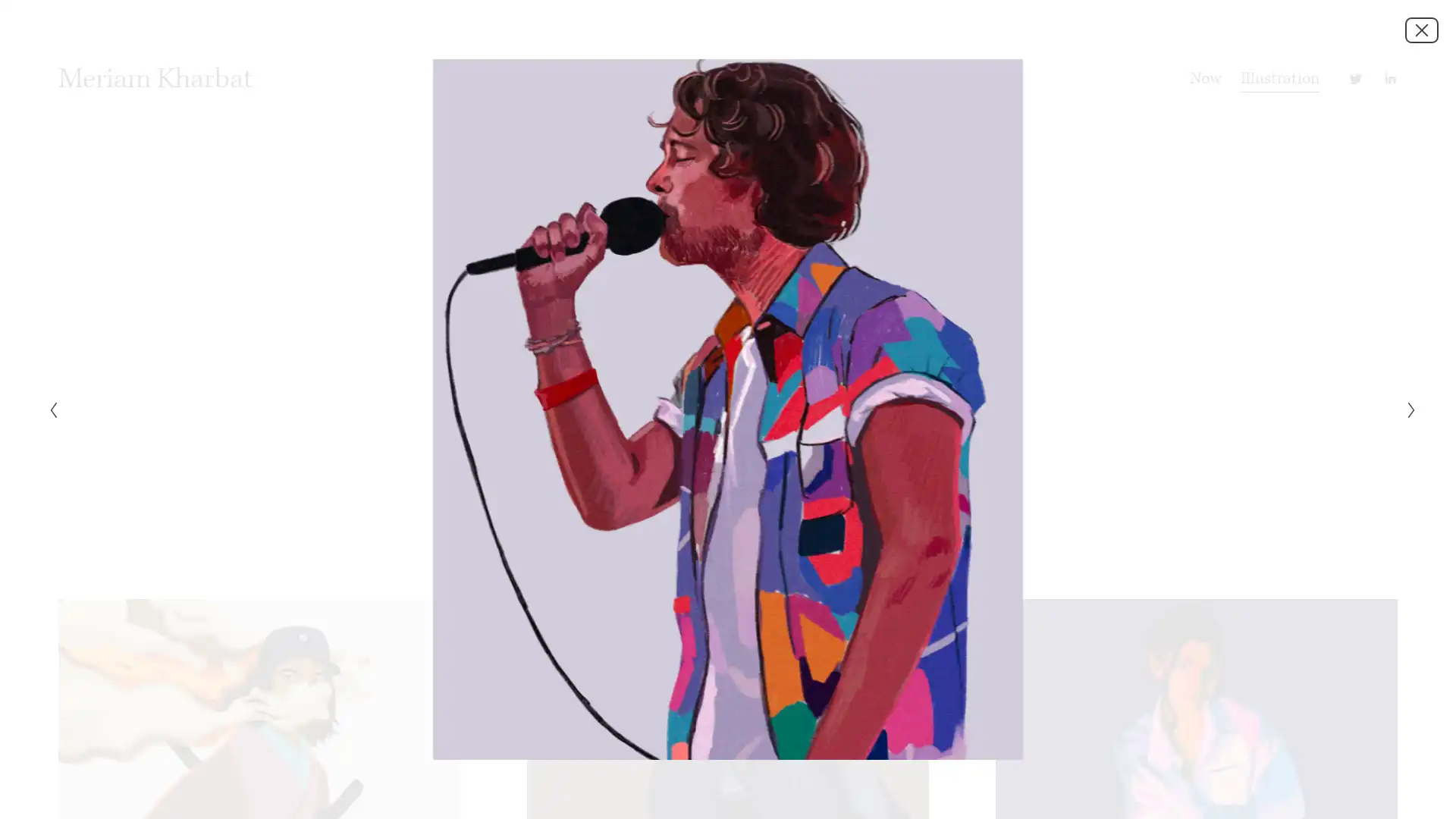 The image size is (1456, 819). I want to click on Close, so click(1421, 29).